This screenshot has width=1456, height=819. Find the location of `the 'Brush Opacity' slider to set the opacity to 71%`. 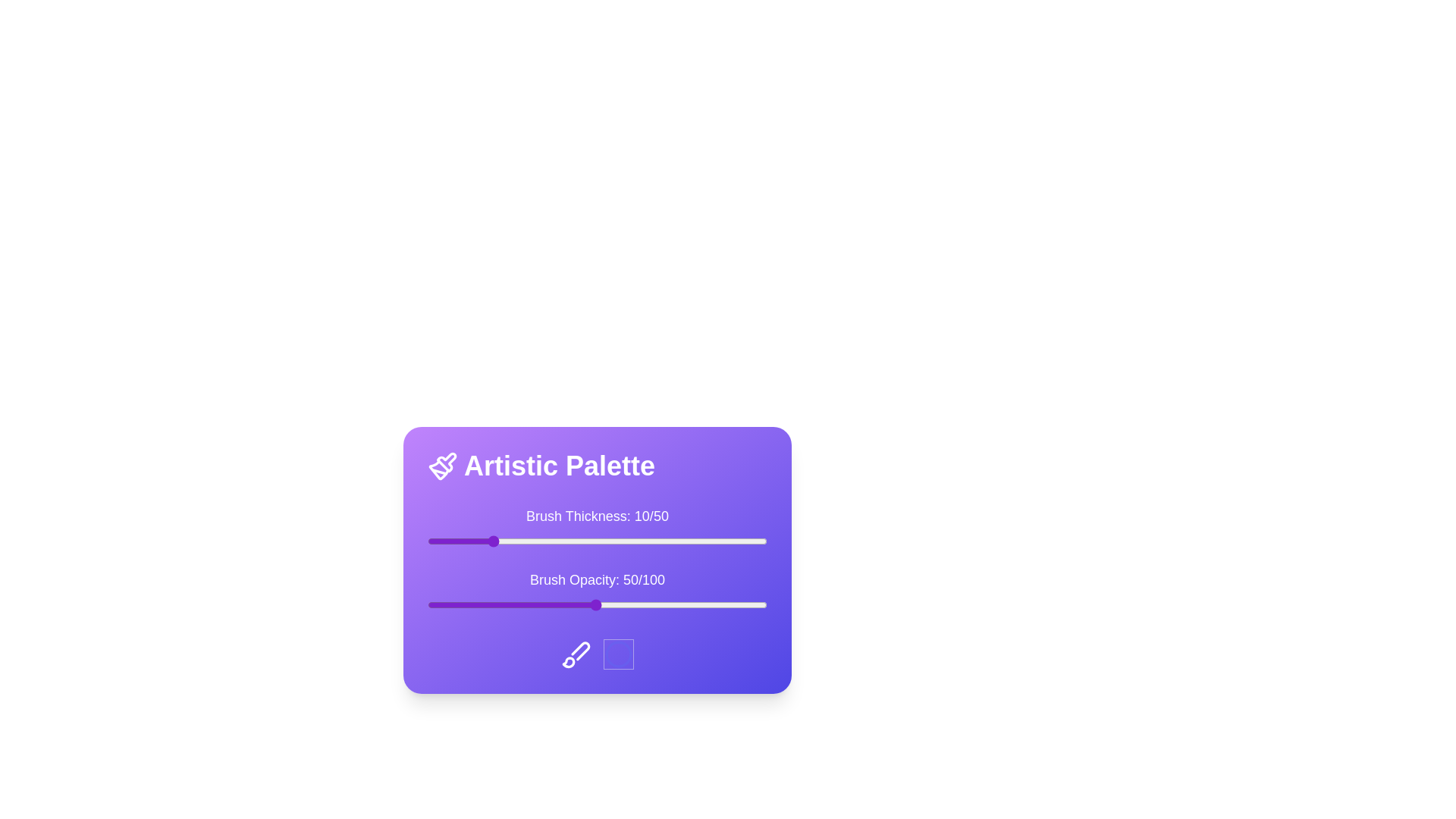

the 'Brush Opacity' slider to set the opacity to 71% is located at coordinates (667, 604).